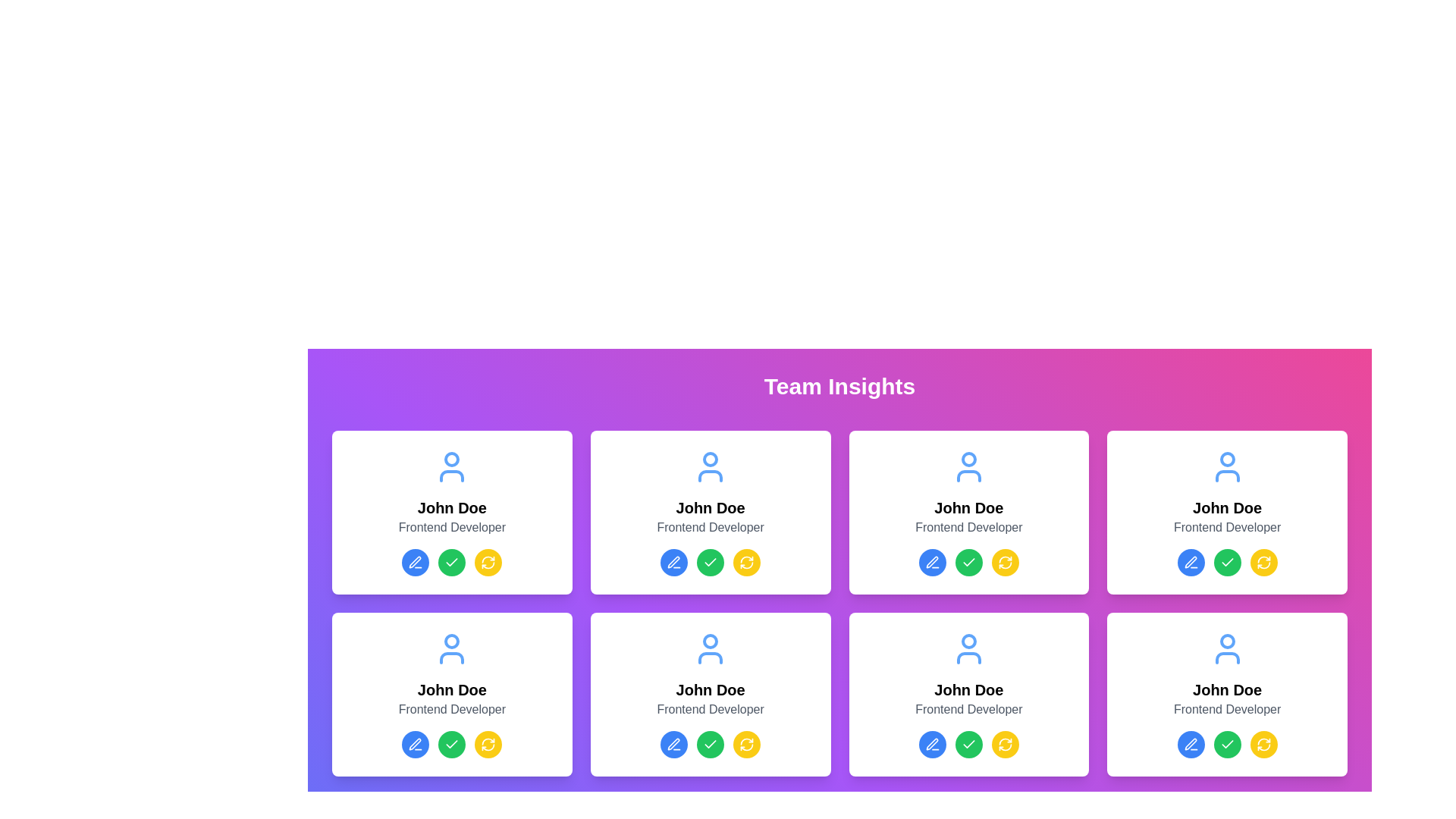 The height and width of the screenshot is (819, 1456). Describe the element at coordinates (451, 466) in the screenshot. I see `the stylized blue user figure icon located at the top center of the card containing 'John Doe' and 'Frontend Developer'` at that location.